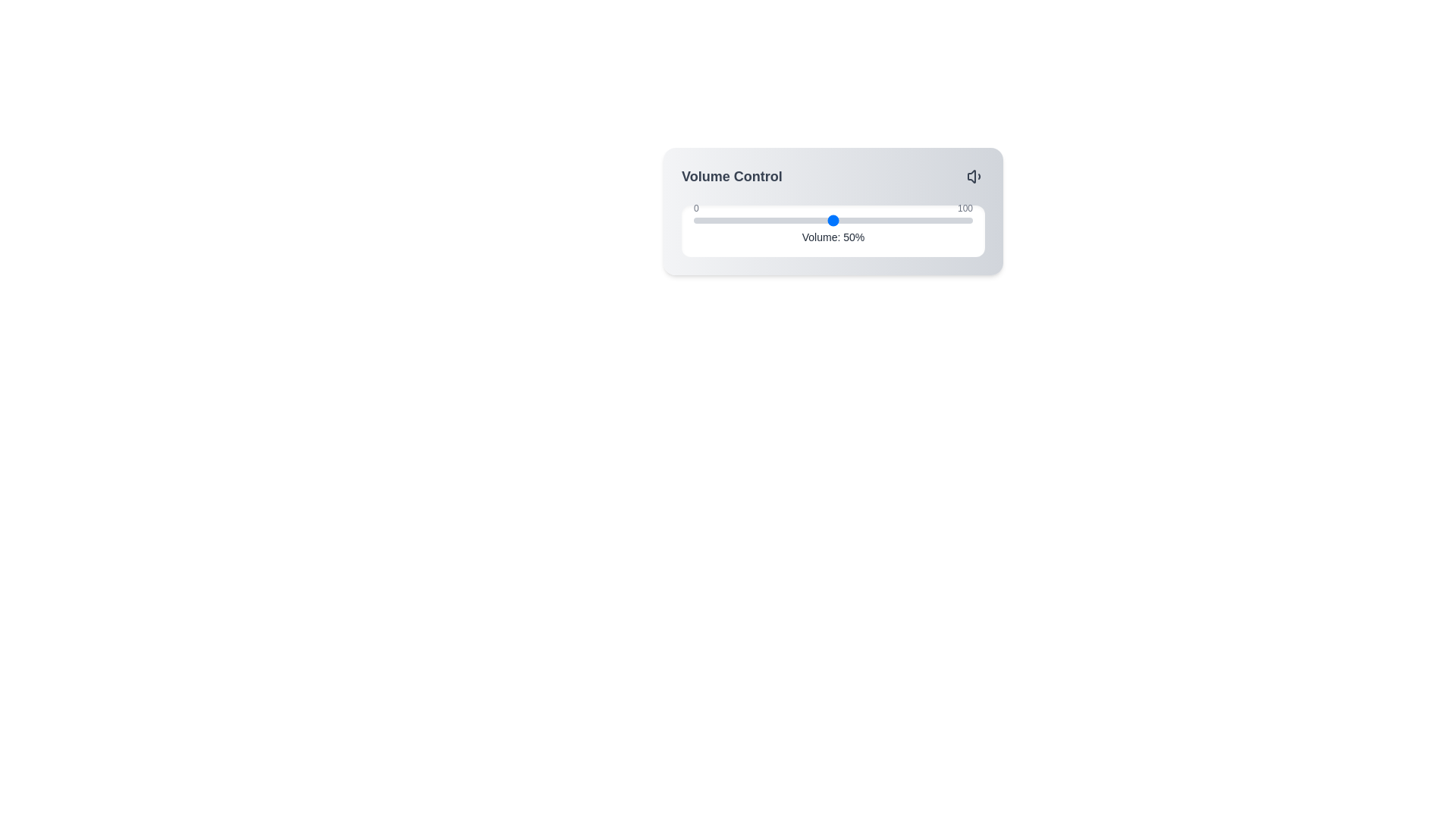  I want to click on the volume icon to observe its state, so click(975, 175).